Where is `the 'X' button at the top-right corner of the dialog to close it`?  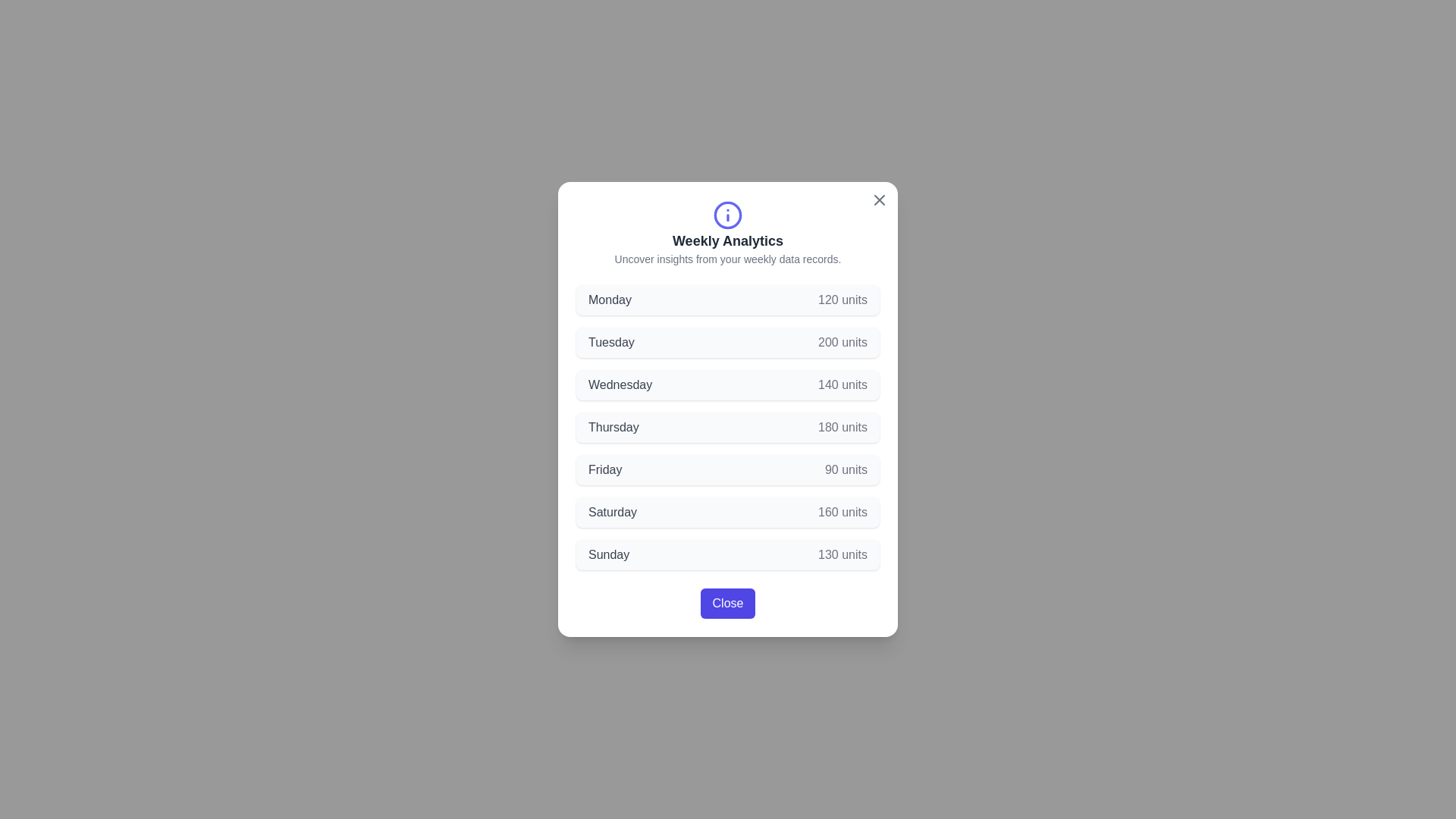
the 'X' button at the top-right corner of the dialog to close it is located at coordinates (880, 199).